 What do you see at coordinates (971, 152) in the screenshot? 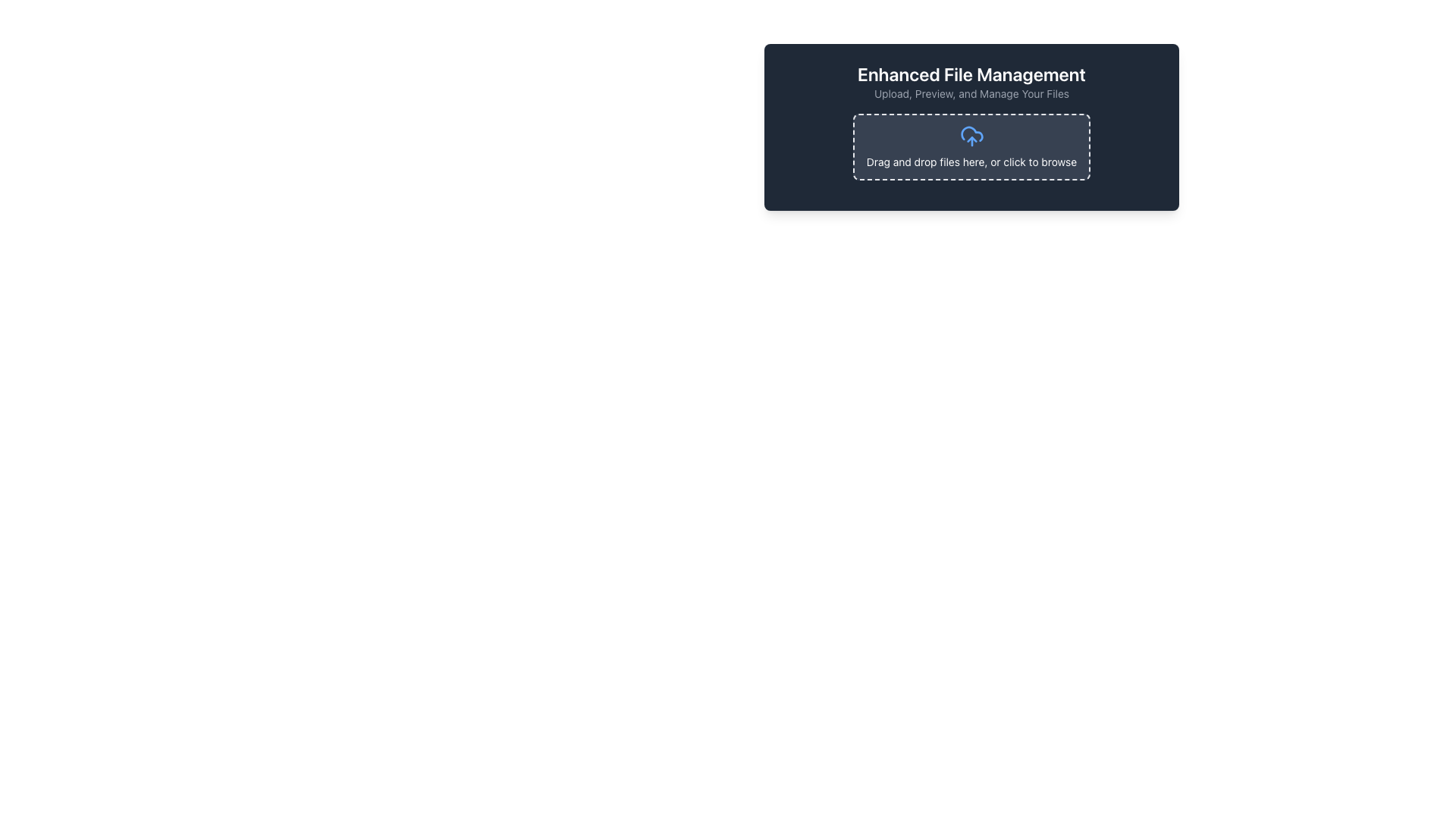
I see `the Interactive file upload area located in the card titled 'Enhanced File Management' to observe hover effects` at bounding box center [971, 152].